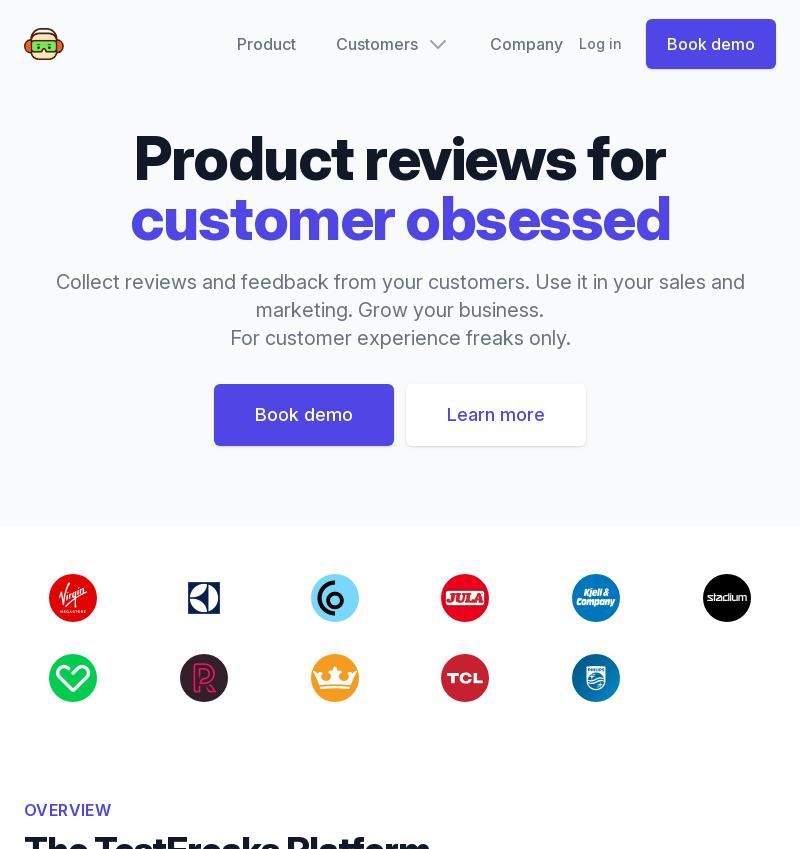  I want to click on 'Overview', so click(67, 810).